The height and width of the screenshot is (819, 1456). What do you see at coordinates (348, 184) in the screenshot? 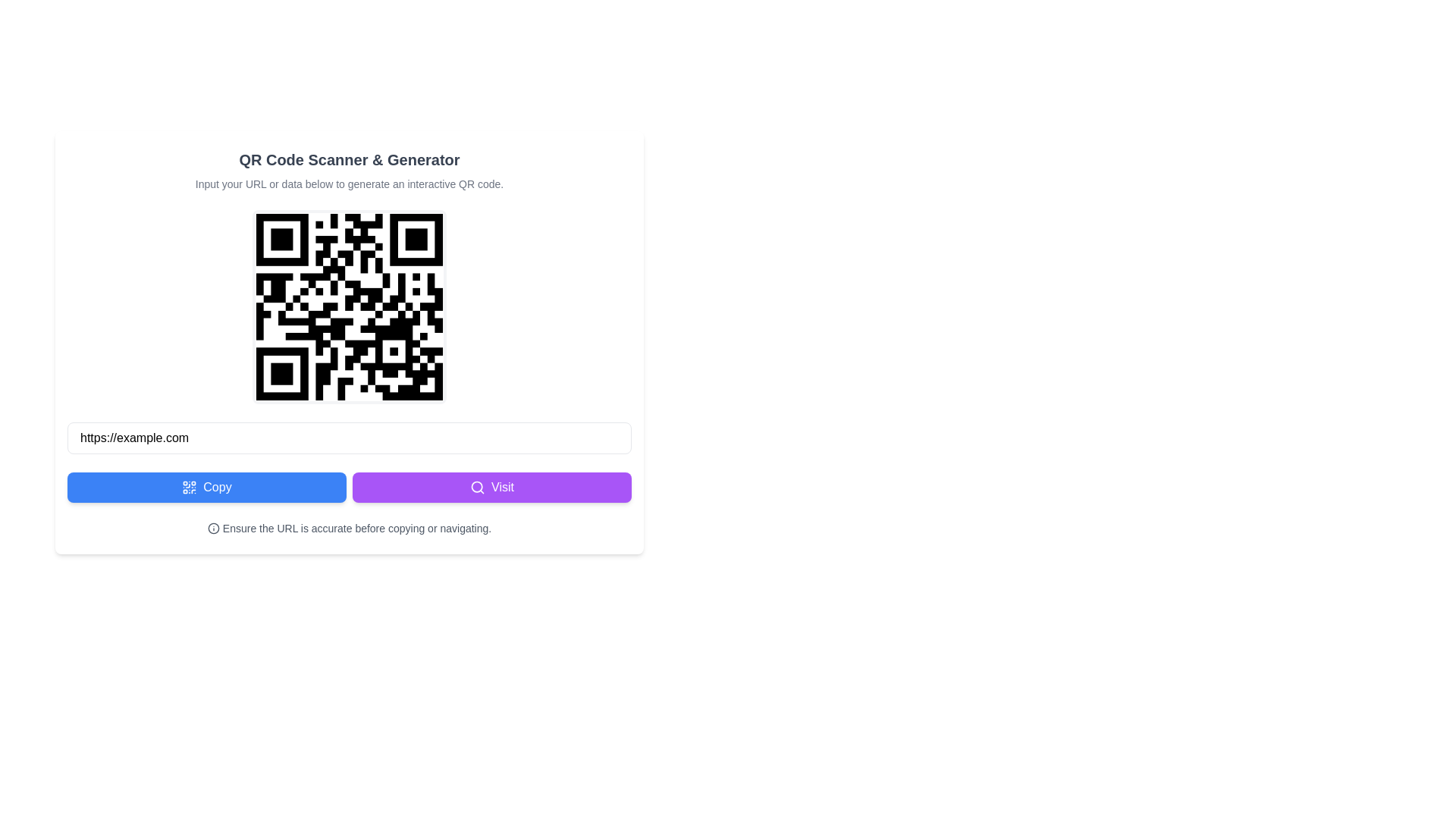
I see `instructions displayed in the text block that says 'Input your URL or data below to generate an interactive QR code.' located underneath the main heading 'QR Code Scanner & Generator'` at bounding box center [348, 184].